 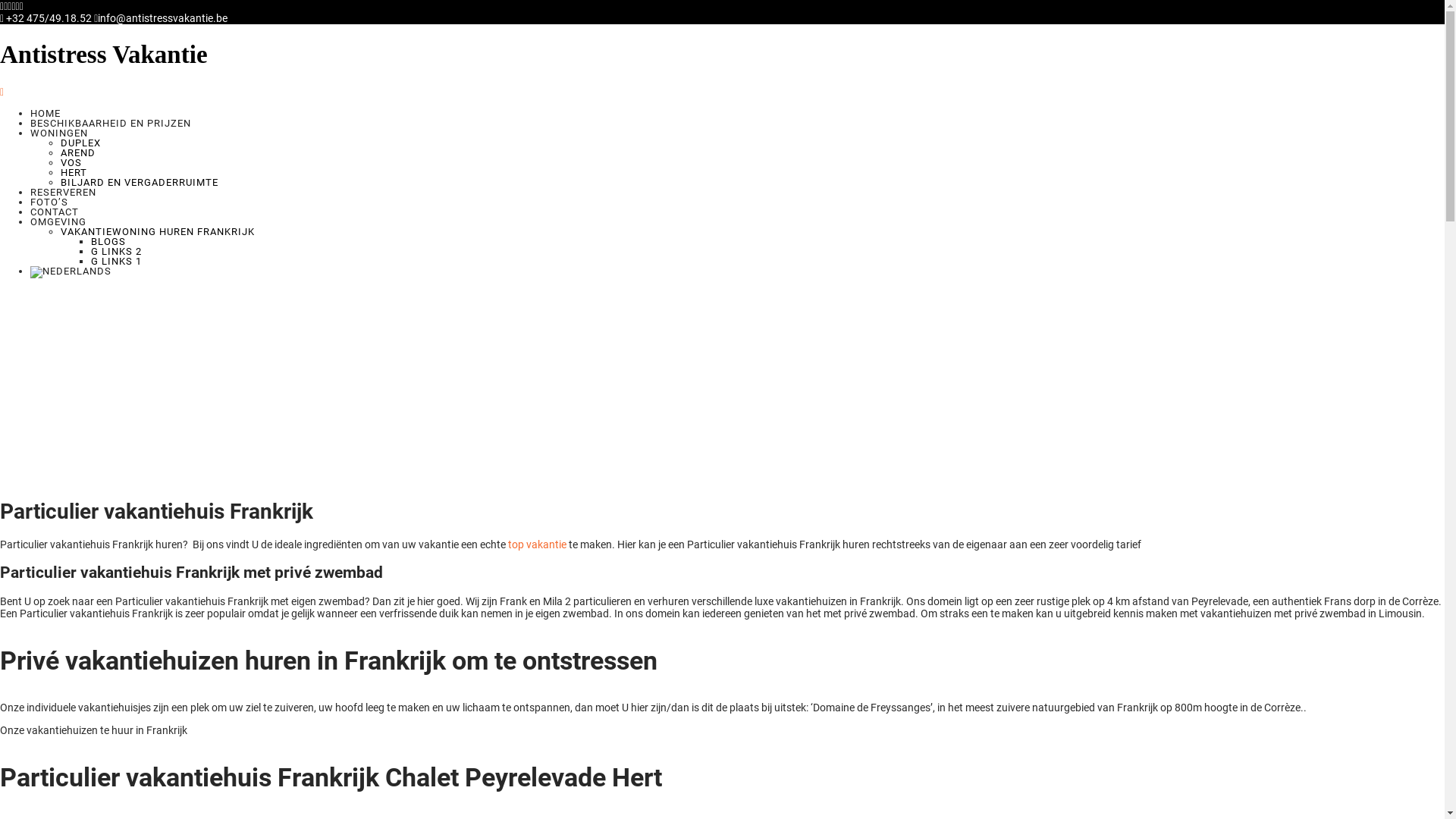 What do you see at coordinates (160, 17) in the screenshot?
I see `'info@antistressvakantie.be'` at bounding box center [160, 17].